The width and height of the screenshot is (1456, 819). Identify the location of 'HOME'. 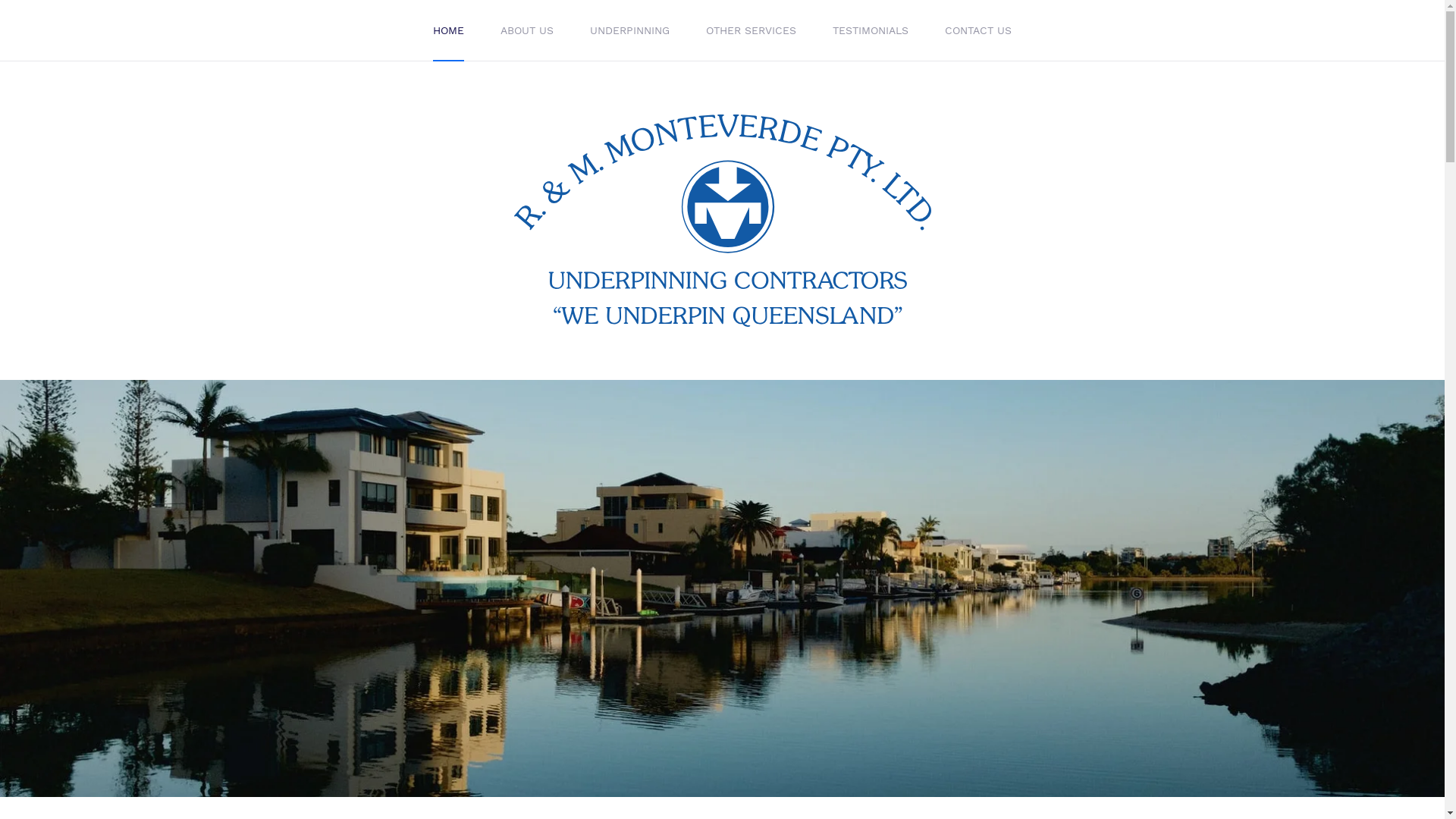
(447, 30).